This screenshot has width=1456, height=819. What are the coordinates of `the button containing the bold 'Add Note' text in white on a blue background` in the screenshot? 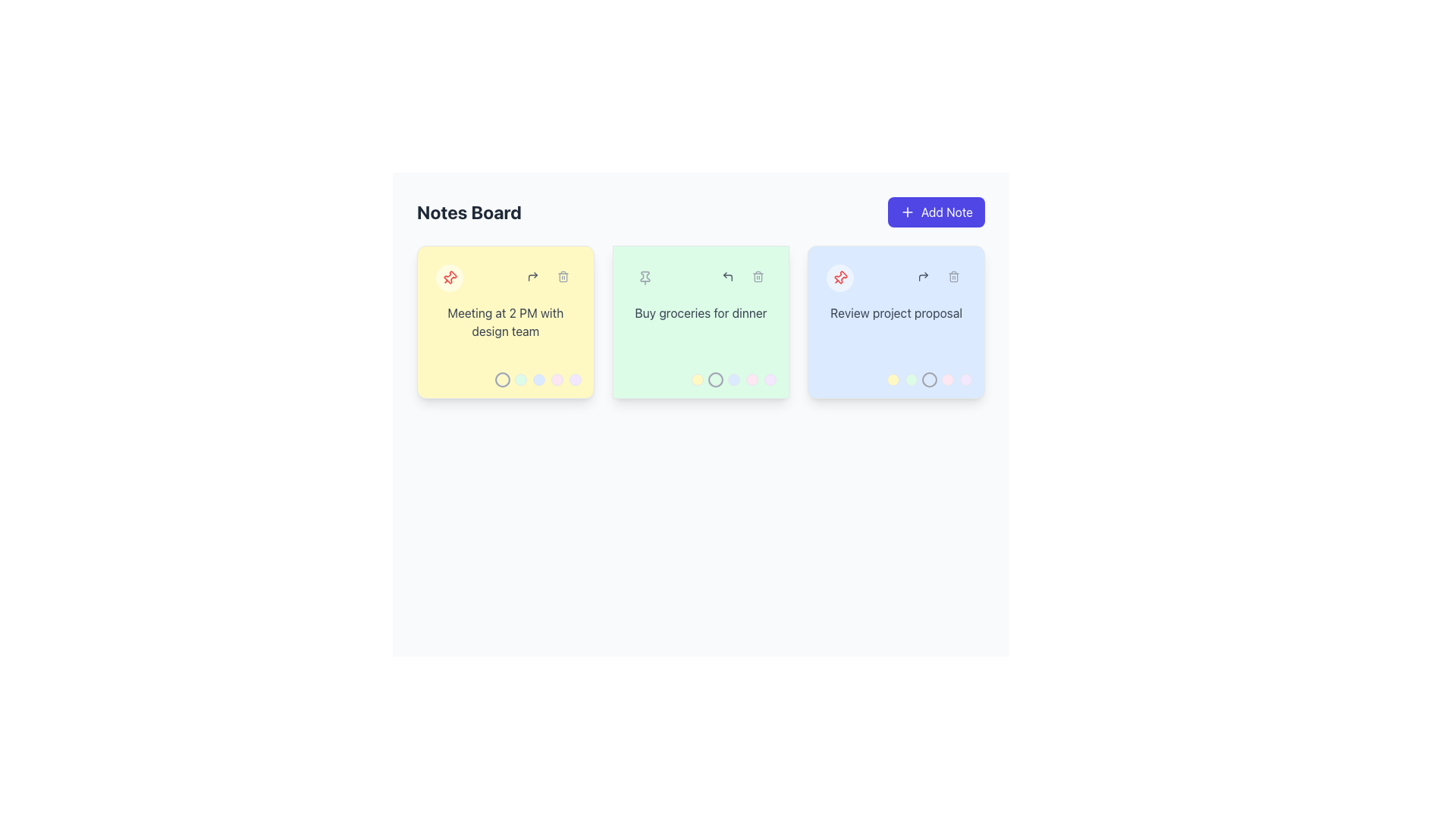 It's located at (946, 212).